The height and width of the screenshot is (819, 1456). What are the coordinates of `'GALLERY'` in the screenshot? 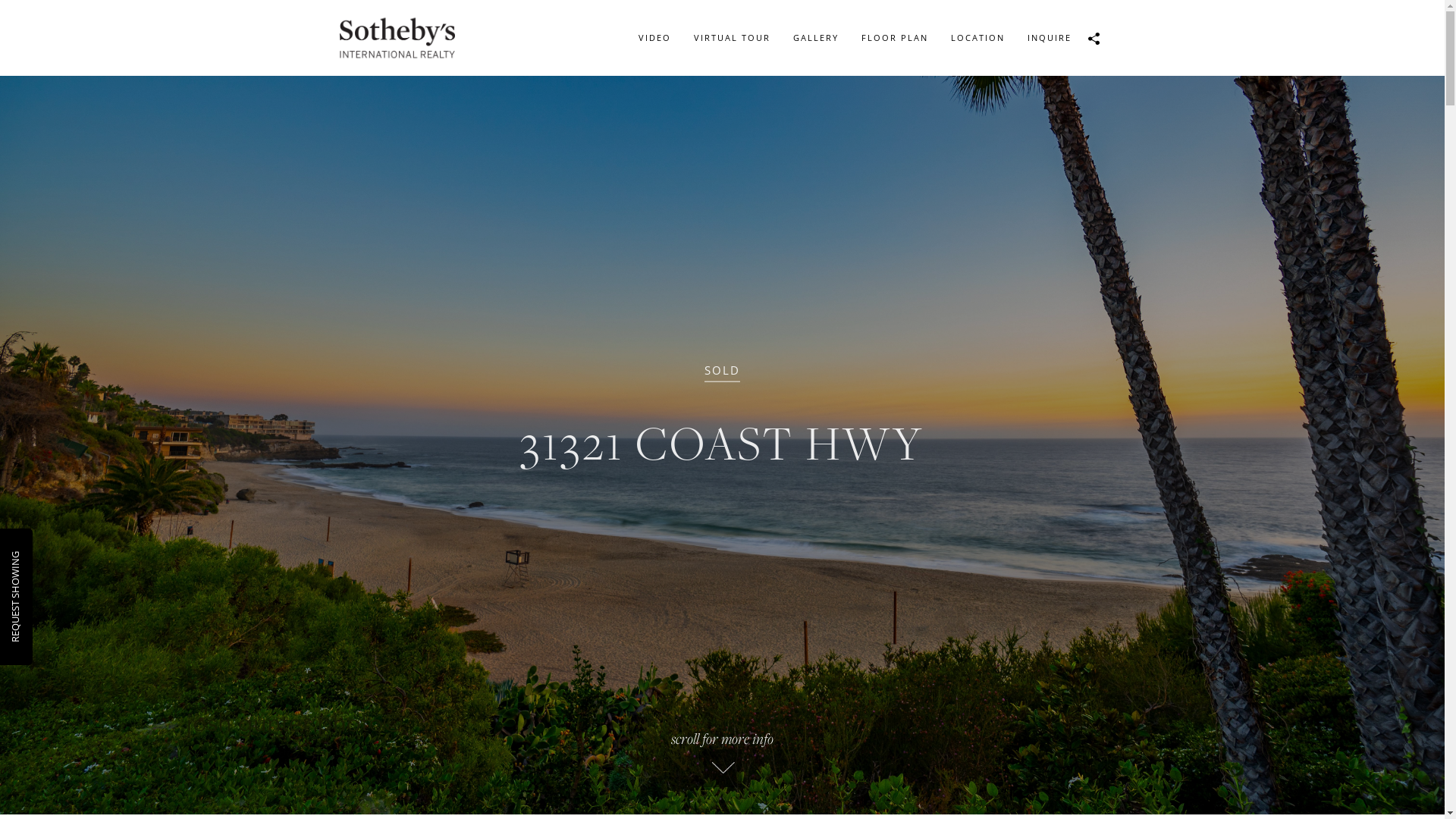 It's located at (814, 37).